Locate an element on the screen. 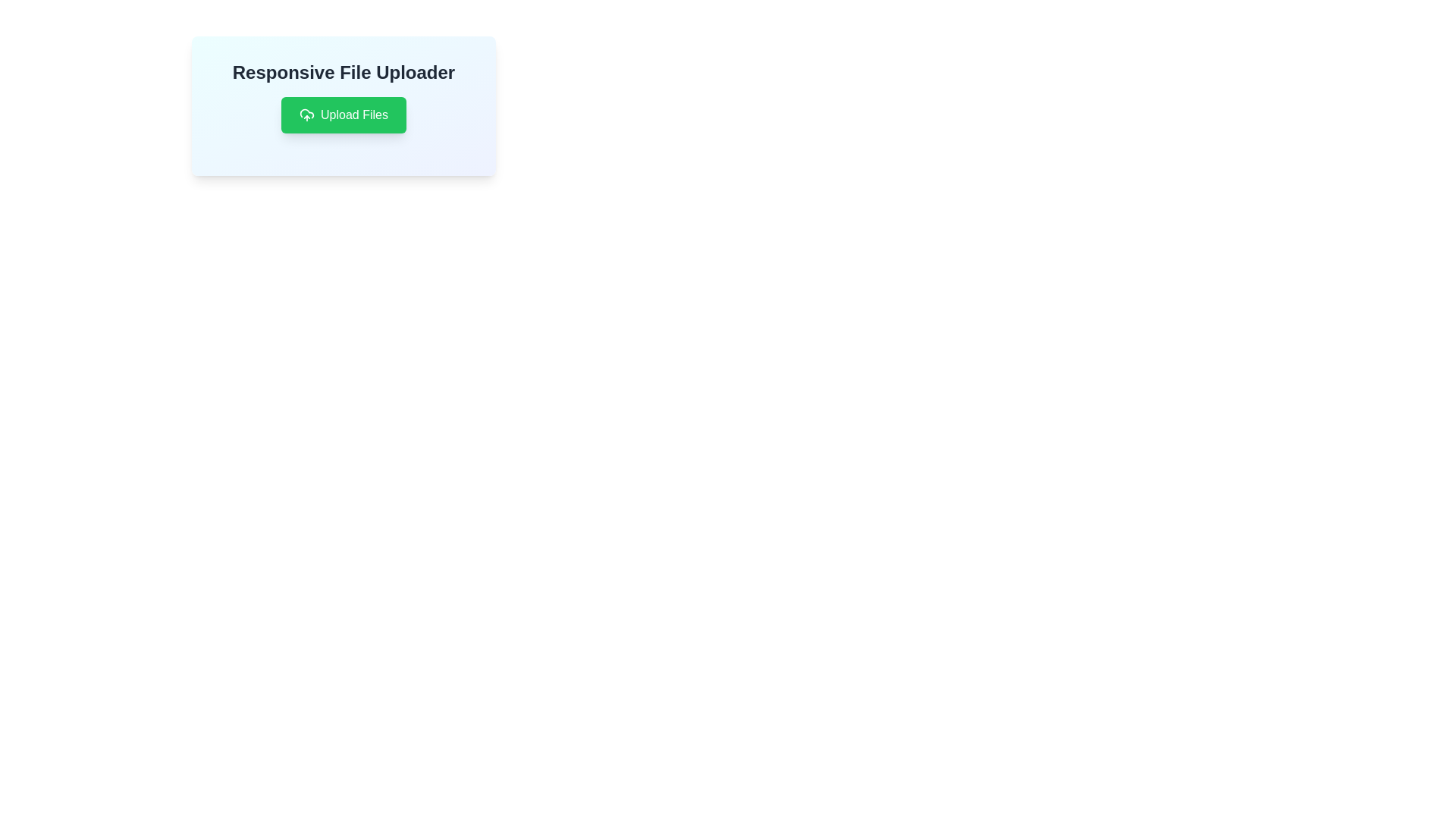 This screenshot has width=1456, height=819. the 'Upload Files' button which contains the leftmost icon representing file upload is located at coordinates (306, 114).